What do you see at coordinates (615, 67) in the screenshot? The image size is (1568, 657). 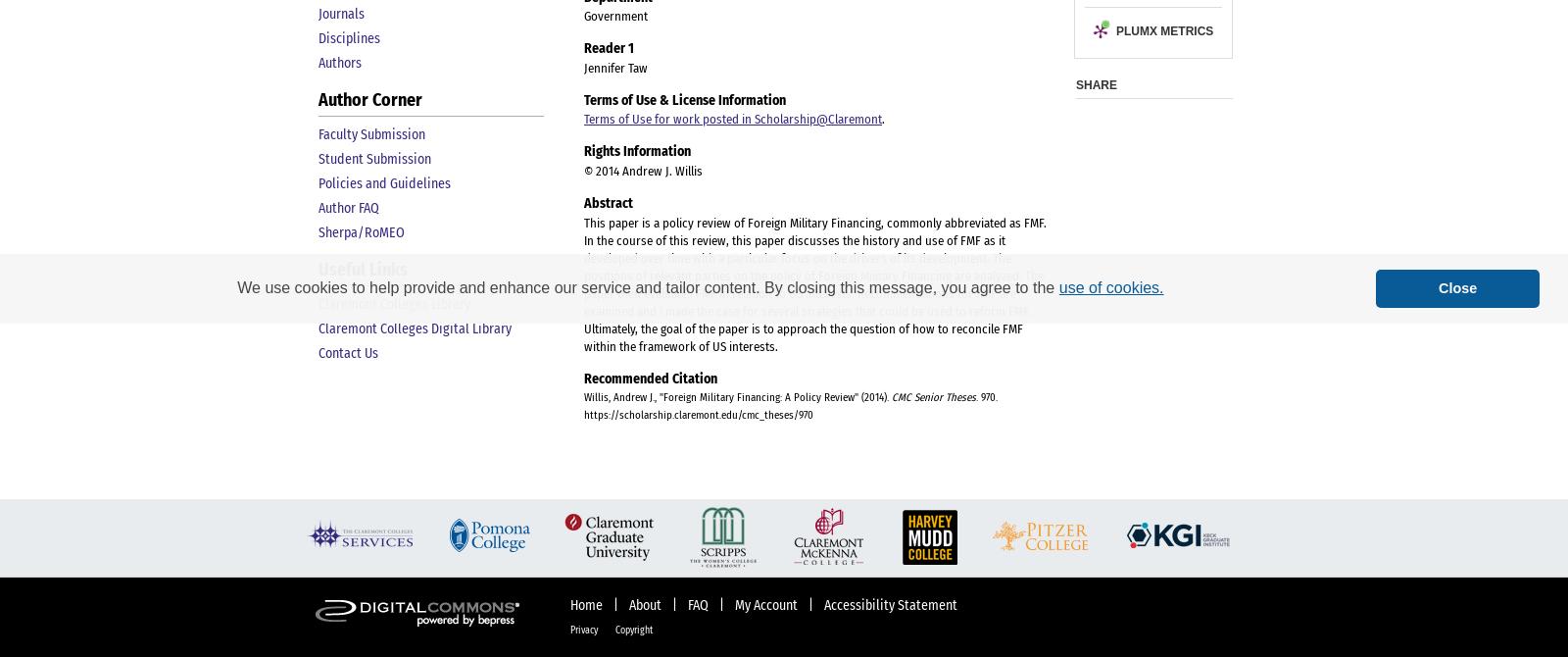 I see `'Jennifer Taw'` at bounding box center [615, 67].